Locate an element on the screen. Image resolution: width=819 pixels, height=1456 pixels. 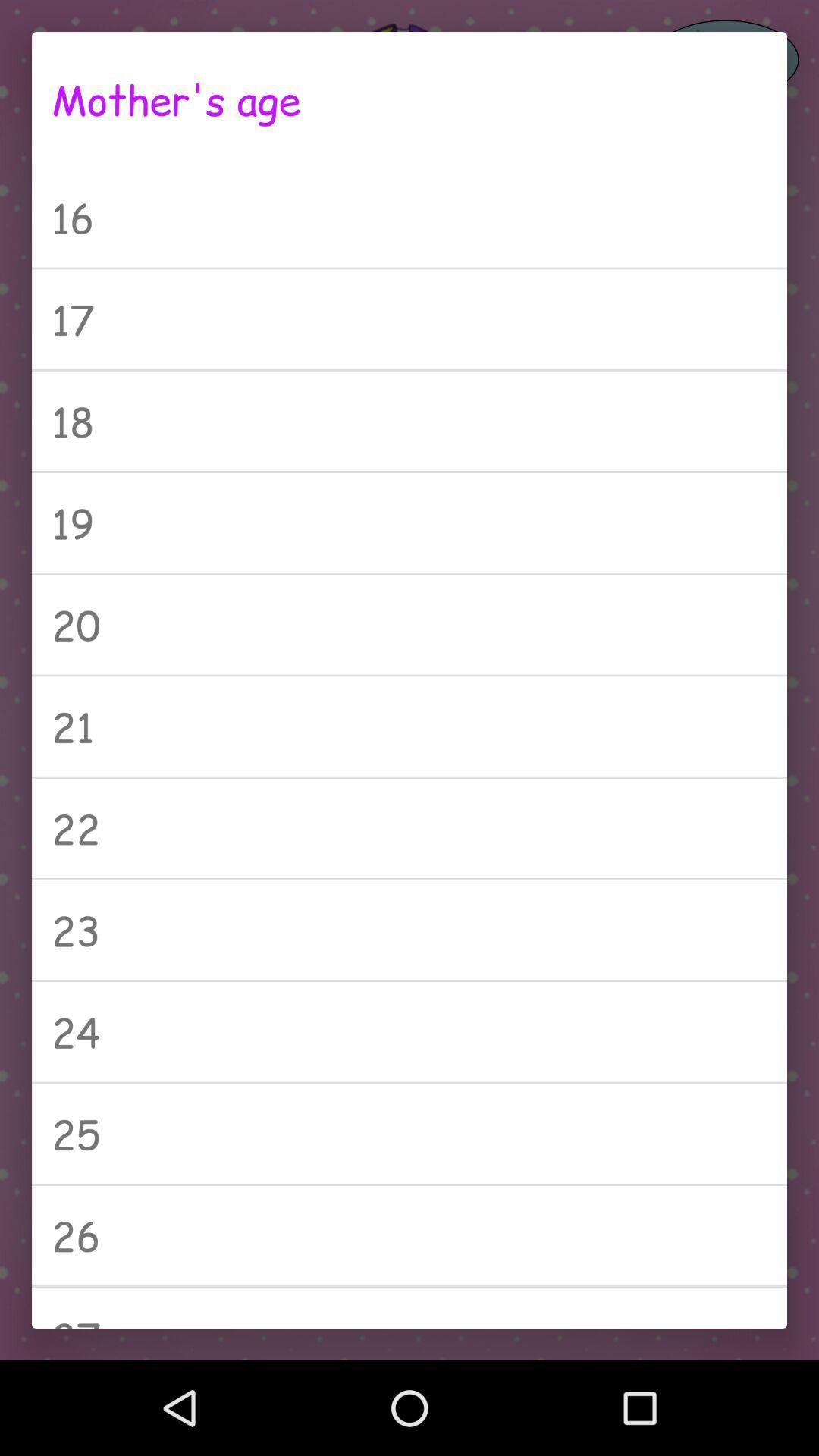
icon above 17 item is located at coordinates (409, 216).